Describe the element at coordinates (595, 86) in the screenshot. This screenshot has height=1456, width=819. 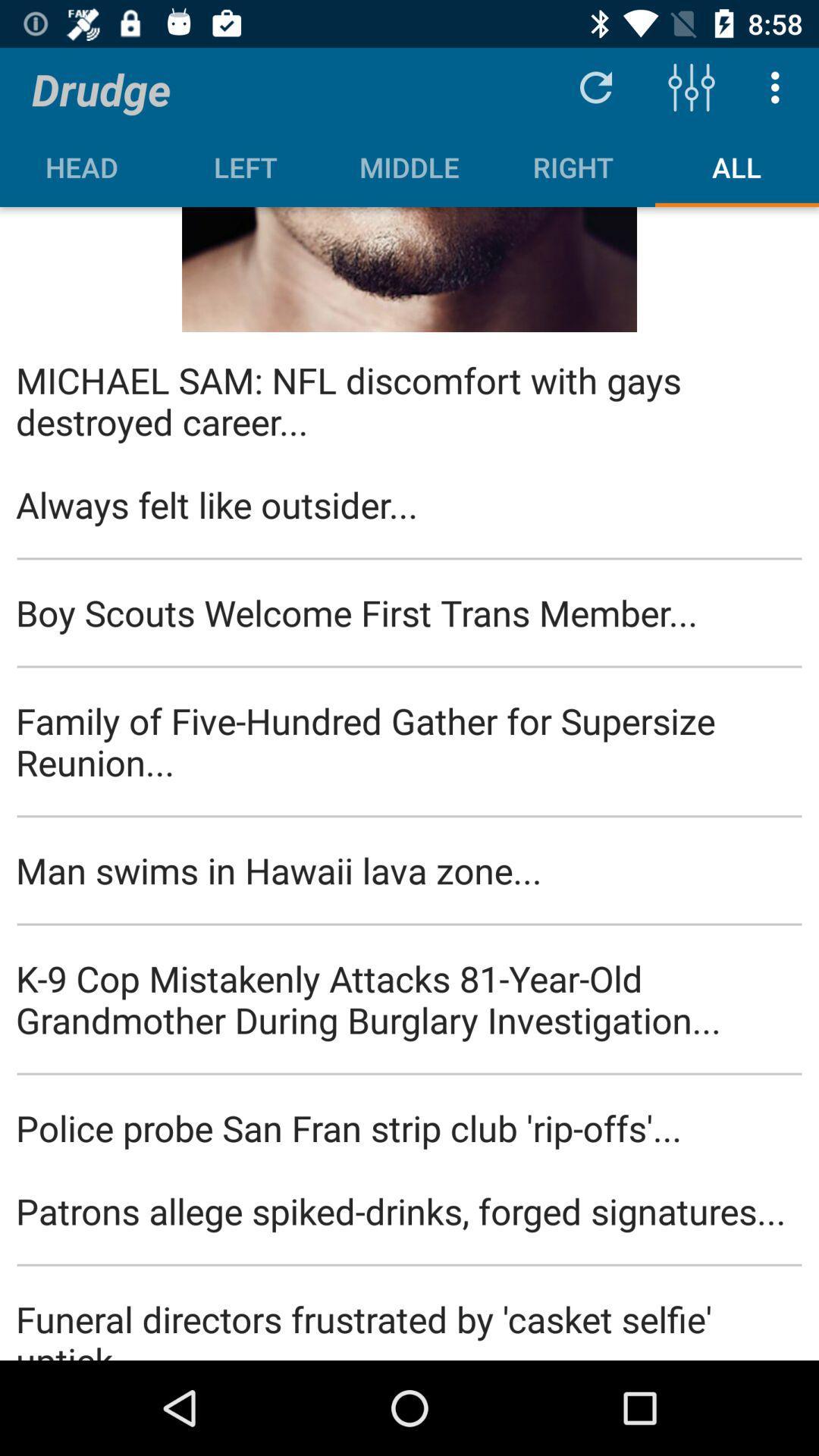
I see `the item above the right icon` at that location.